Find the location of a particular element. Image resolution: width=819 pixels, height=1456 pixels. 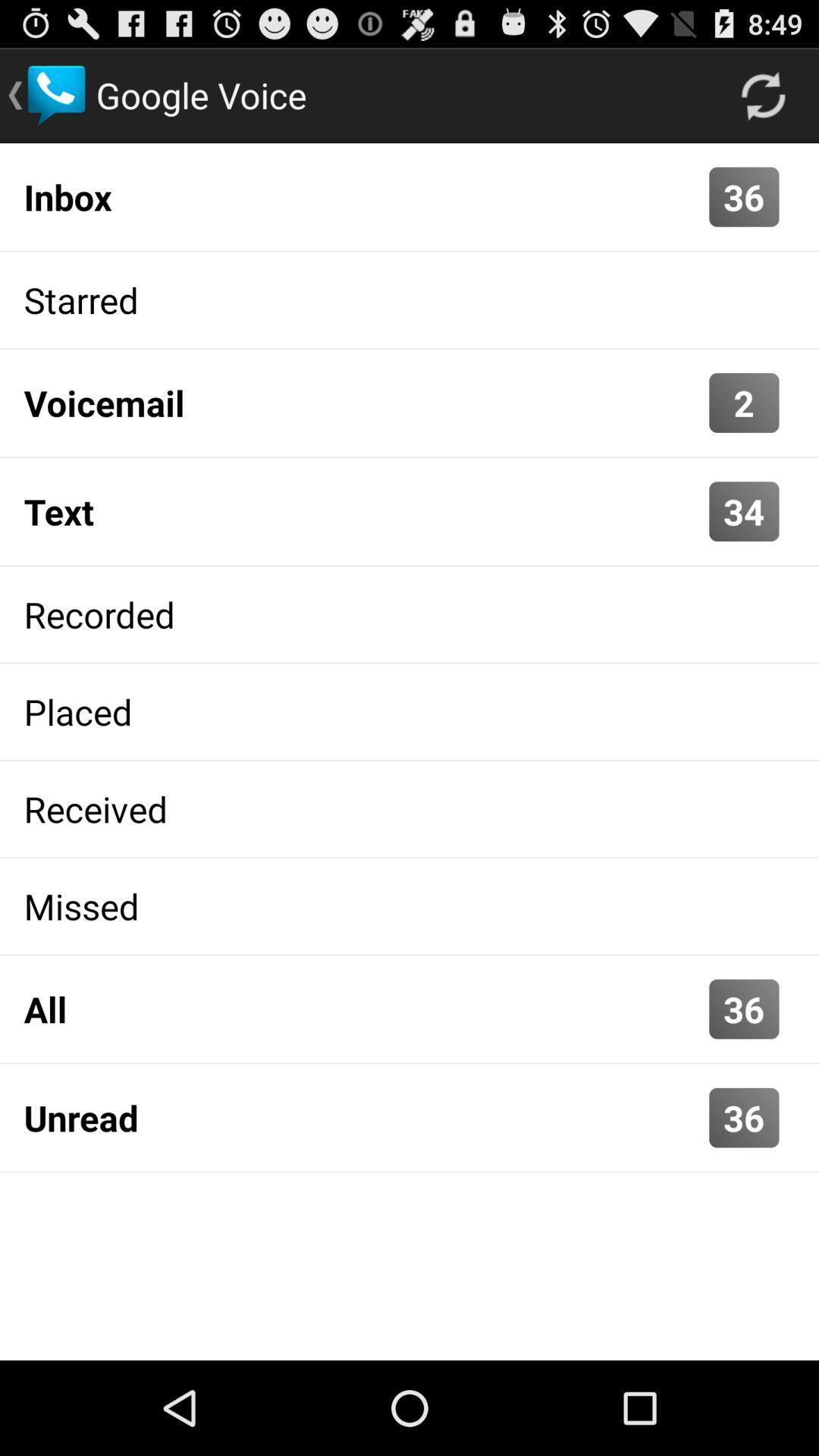

text icon is located at coordinates (362, 511).